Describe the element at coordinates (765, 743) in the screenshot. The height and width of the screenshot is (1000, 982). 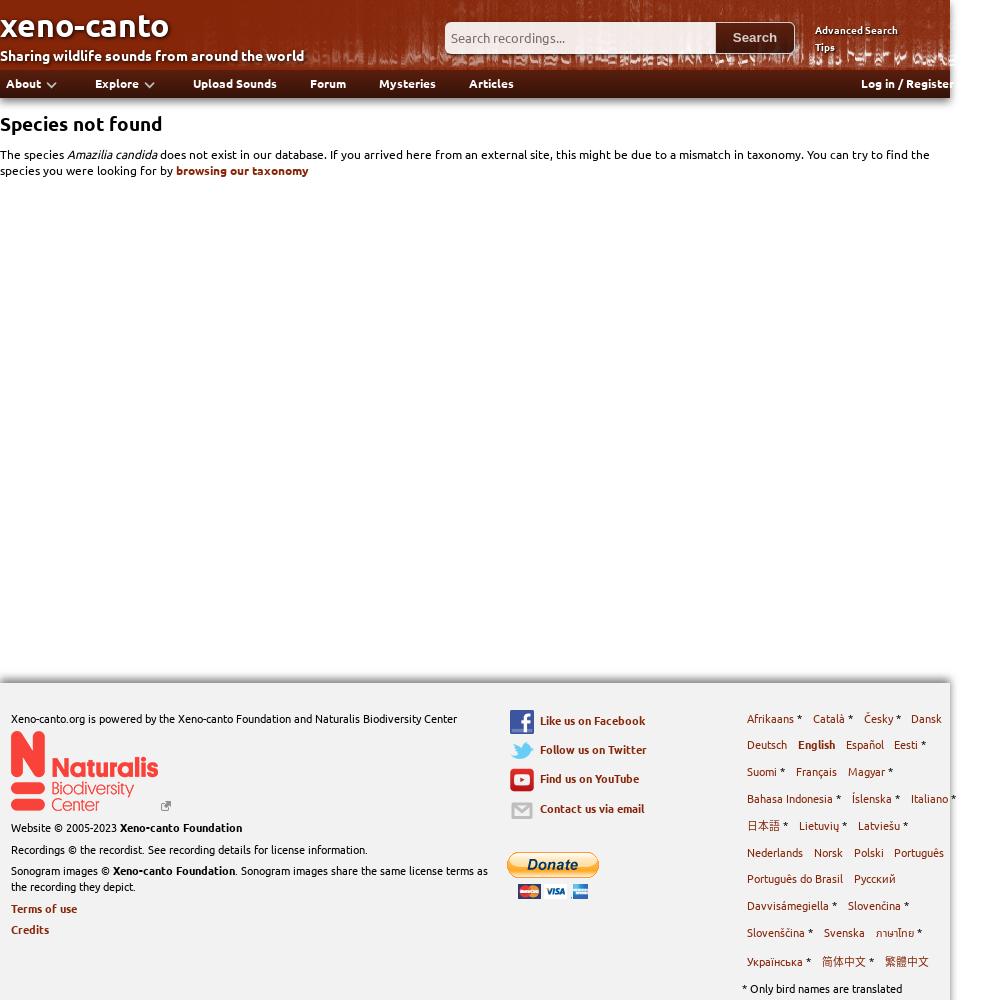
I see `'Deutsch'` at that location.